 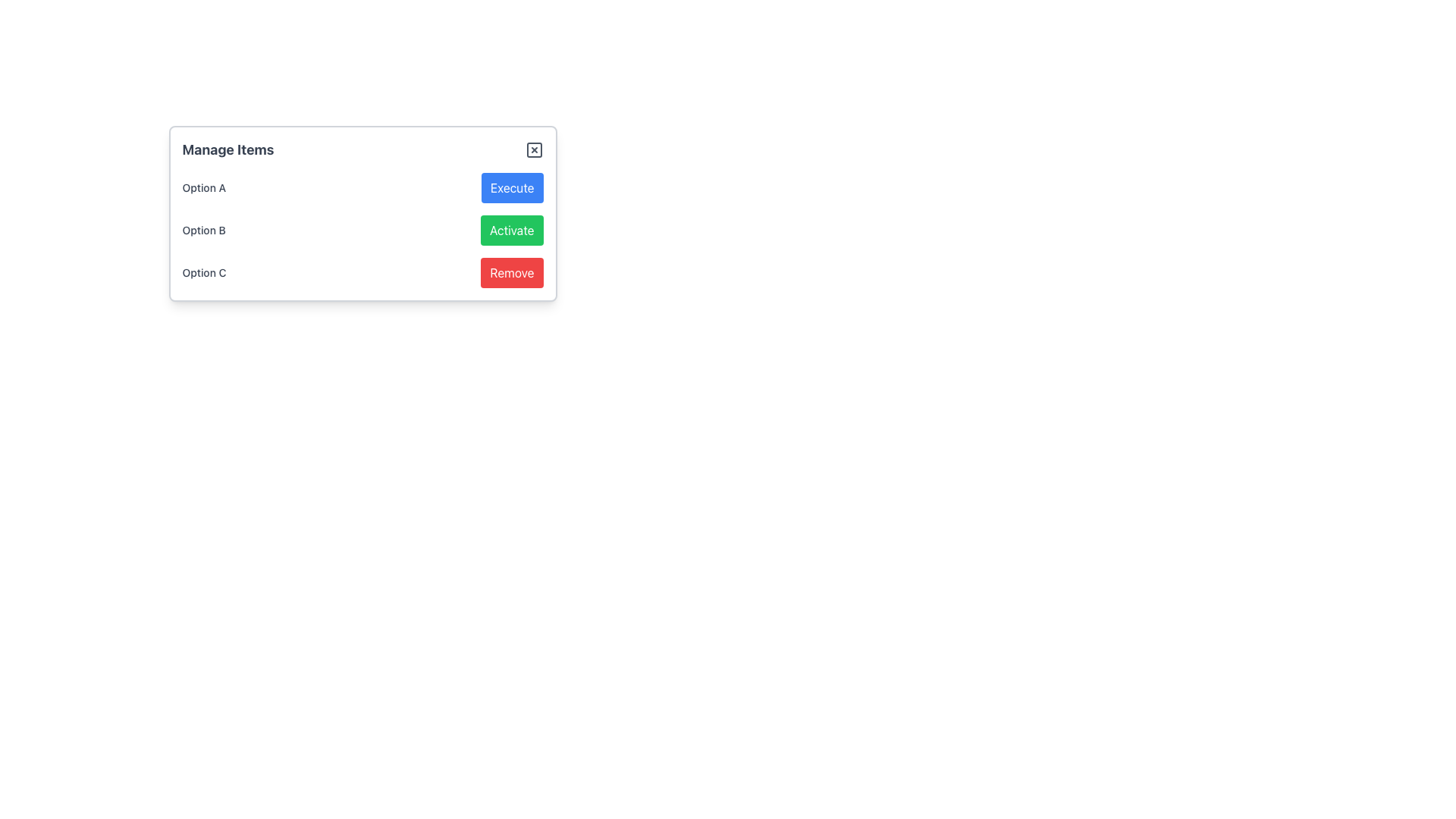 I want to click on the text label displaying 'Option B' which is the second option in the 'Manage Items' panel, located to the left of the 'Activate' button, so click(x=203, y=231).